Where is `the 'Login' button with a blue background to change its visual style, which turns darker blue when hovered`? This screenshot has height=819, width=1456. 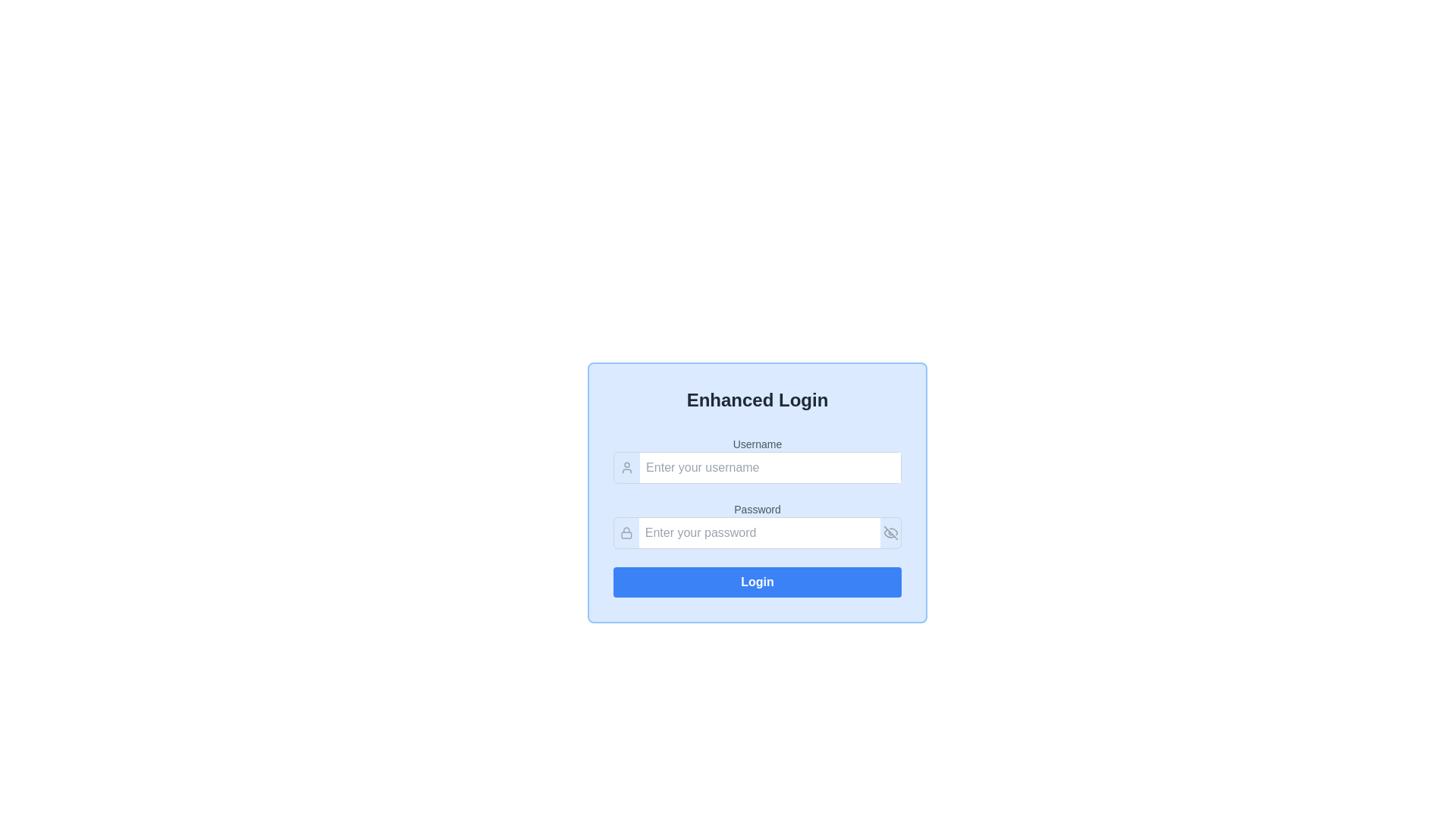 the 'Login' button with a blue background to change its visual style, which turns darker blue when hovered is located at coordinates (757, 581).